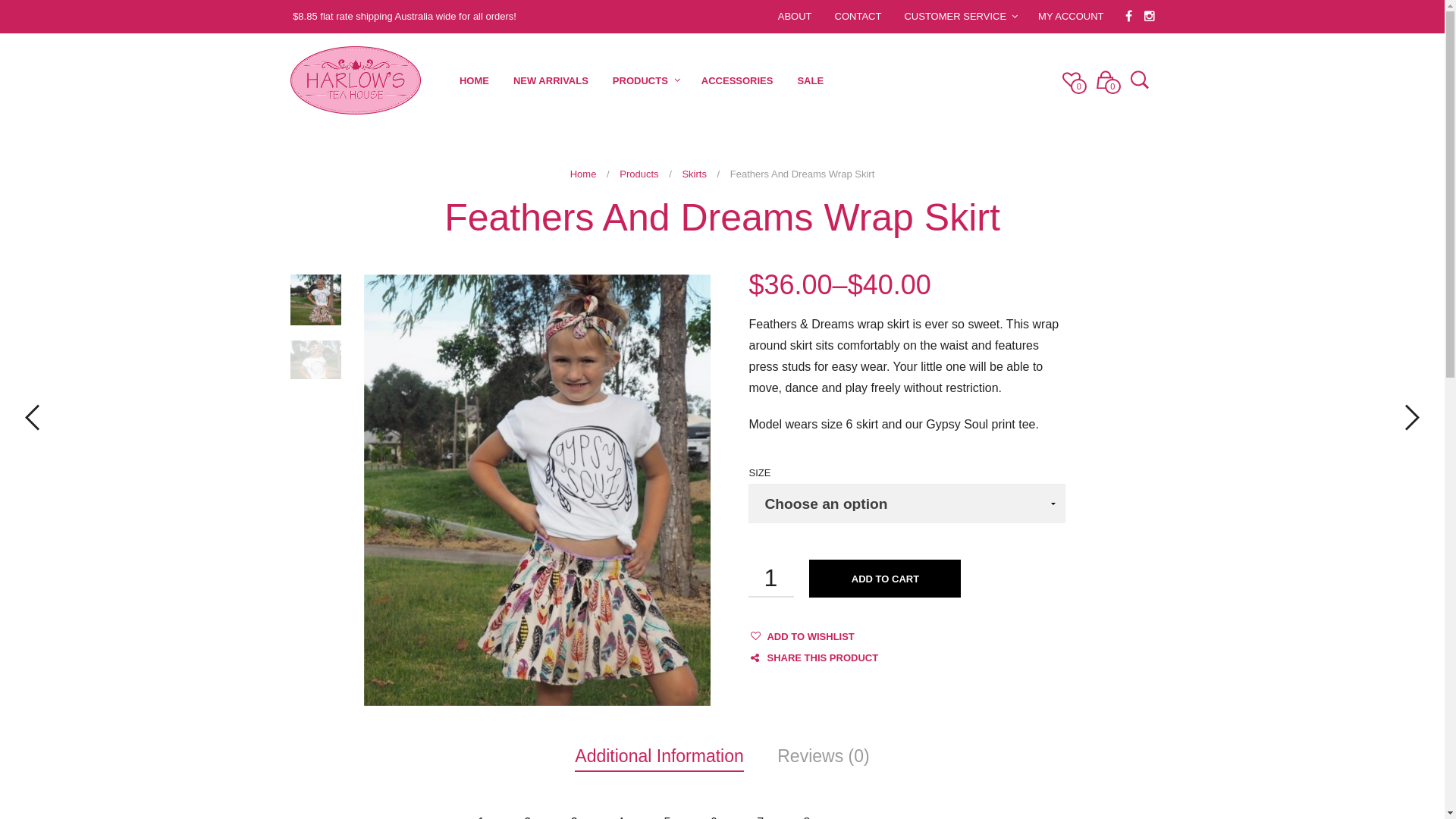 This screenshot has width=1456, height=819. Describe the element at coordinates (954, 16) in the screenshot. I see `'CUSTOMER SERVICE'` at that location.